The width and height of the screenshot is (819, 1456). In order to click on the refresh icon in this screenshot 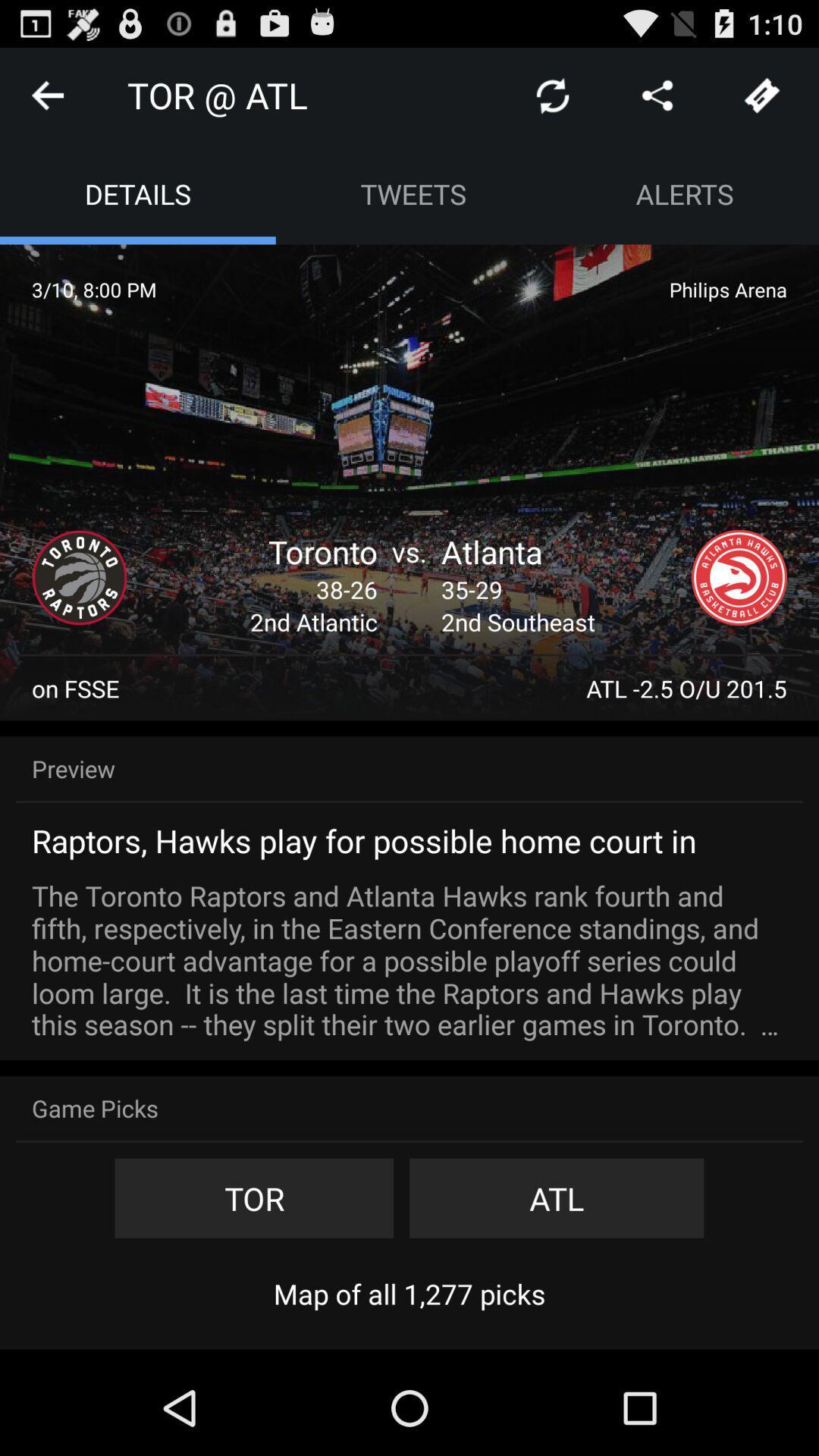, I will do `click(553, 101)`.